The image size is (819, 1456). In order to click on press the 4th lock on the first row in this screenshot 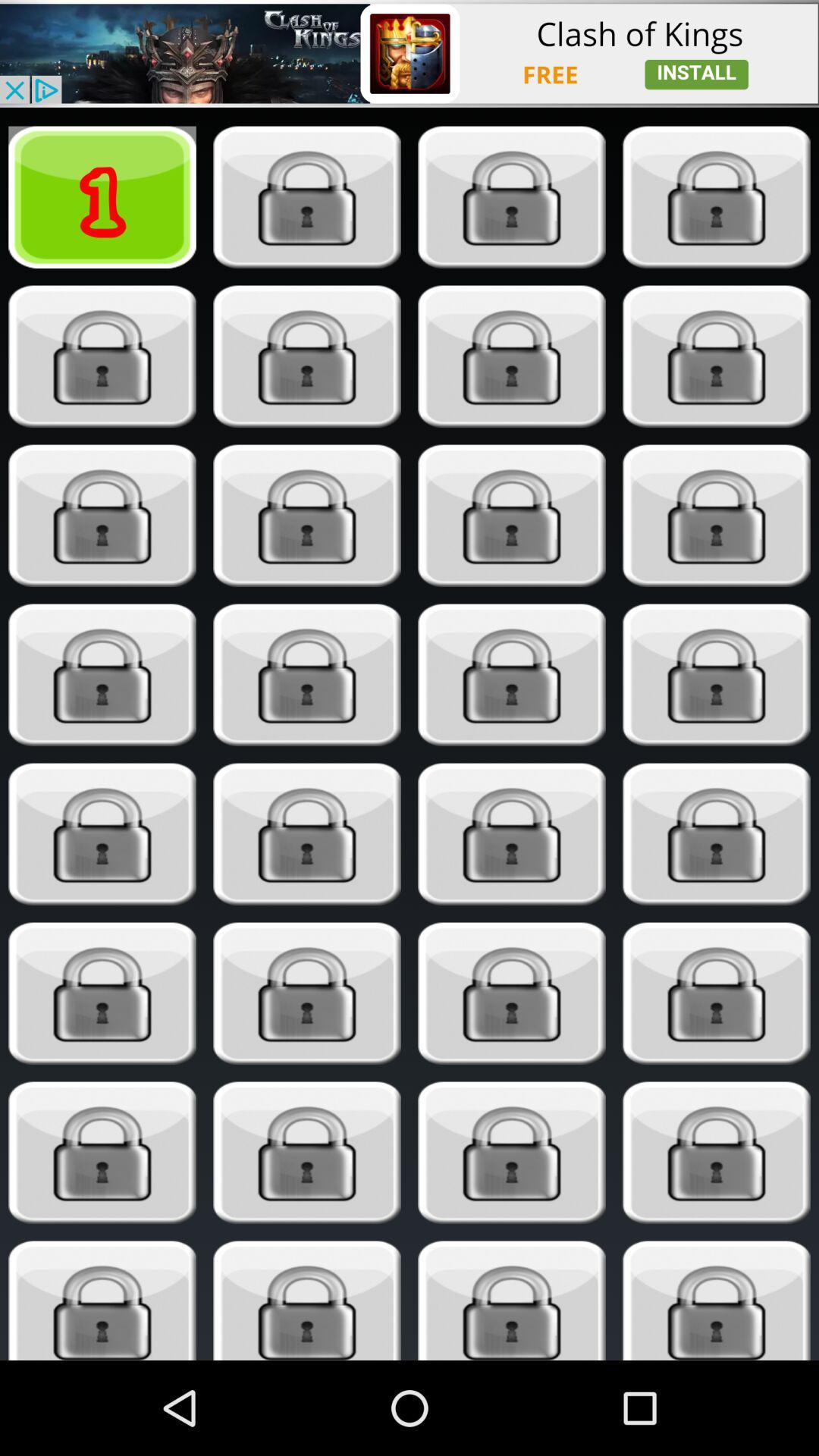, I will do `click(717, 196)`.